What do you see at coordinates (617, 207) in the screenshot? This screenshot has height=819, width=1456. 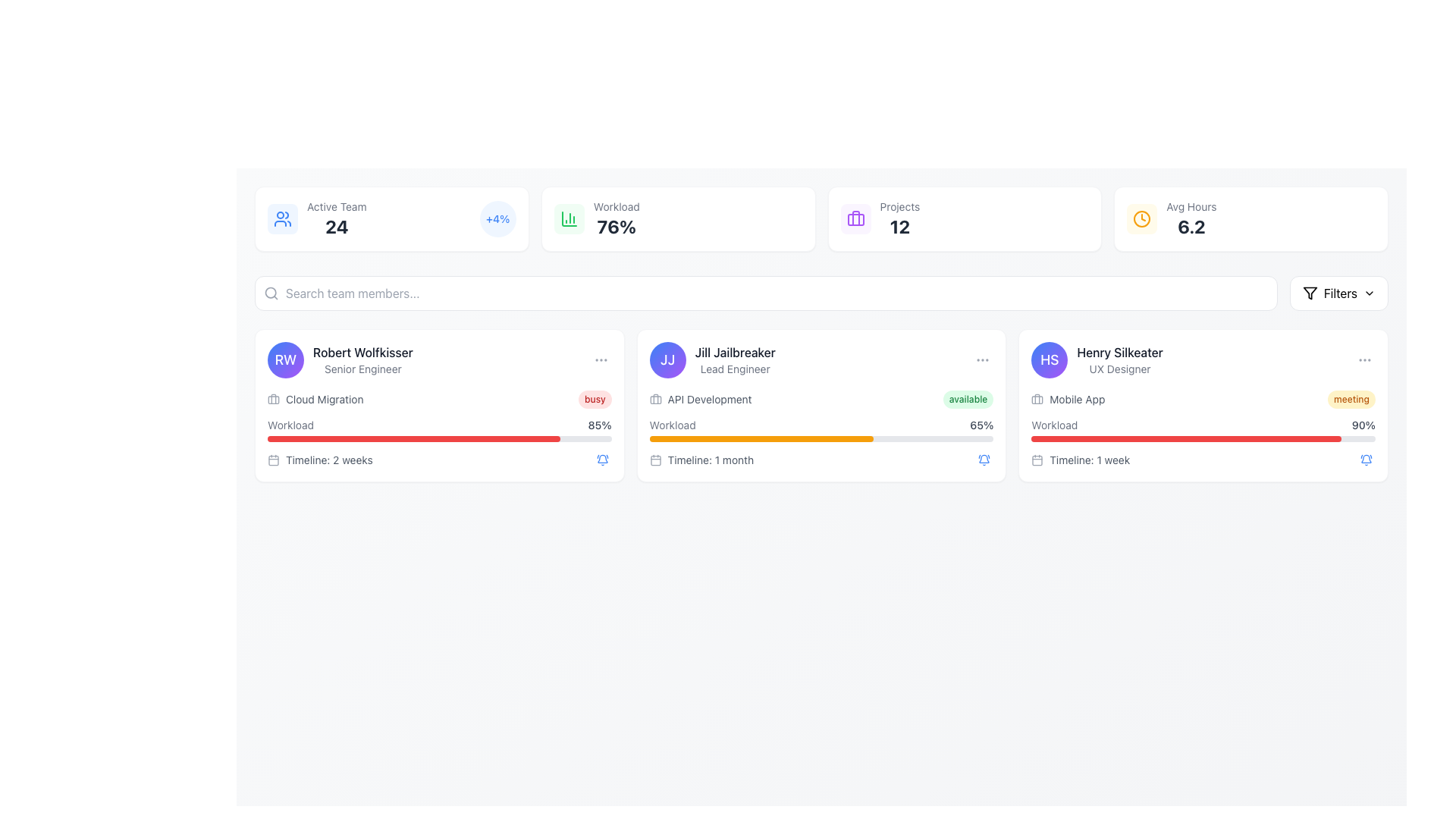 I see `the static text label displaying 'Workload' in a small, gray font, which is positioned above the percentage value '76%'` at bounding box center [617, 207].